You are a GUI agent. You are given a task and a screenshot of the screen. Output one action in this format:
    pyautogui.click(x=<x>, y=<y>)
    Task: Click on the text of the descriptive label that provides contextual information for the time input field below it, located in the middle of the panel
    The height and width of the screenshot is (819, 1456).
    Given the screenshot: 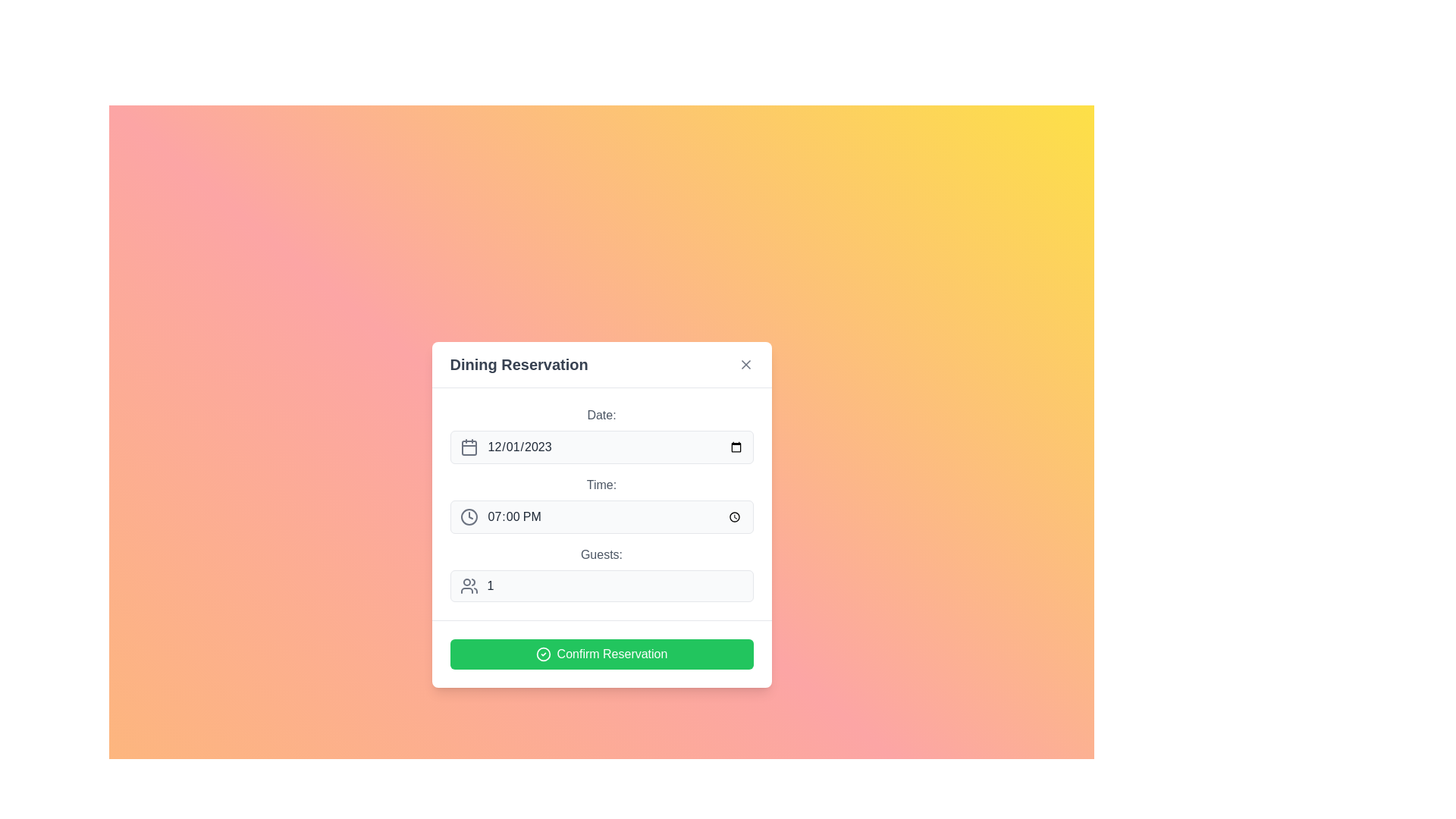 What is the action you would take?
    pyautogui.click(x=601, y=485)
    